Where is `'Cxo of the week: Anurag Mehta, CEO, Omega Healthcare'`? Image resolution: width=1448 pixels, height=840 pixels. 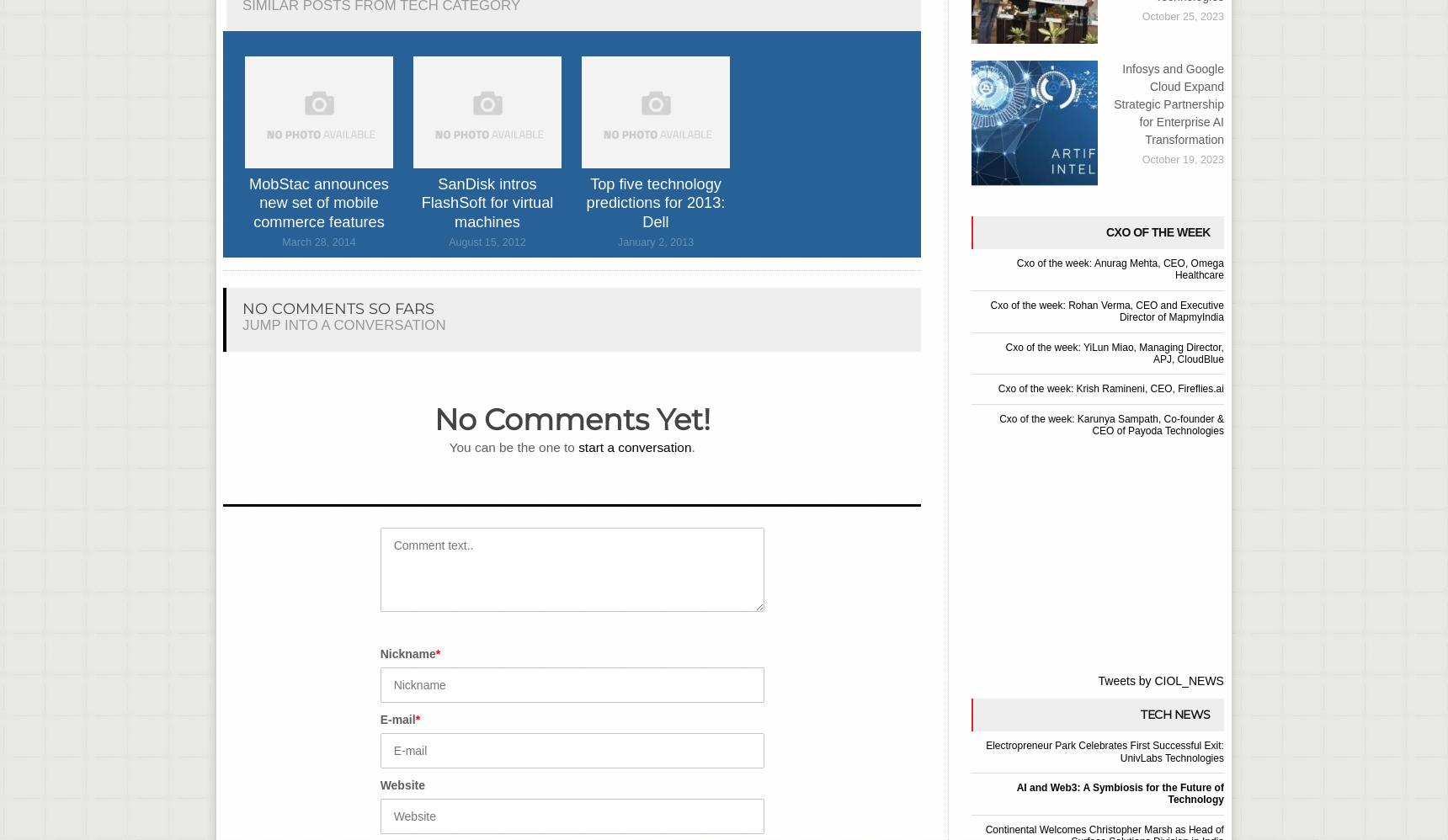 'Cxo of the week: Anurag Mehta, CEO, Omega Healthcare' is located at coordinates (1014, 268).